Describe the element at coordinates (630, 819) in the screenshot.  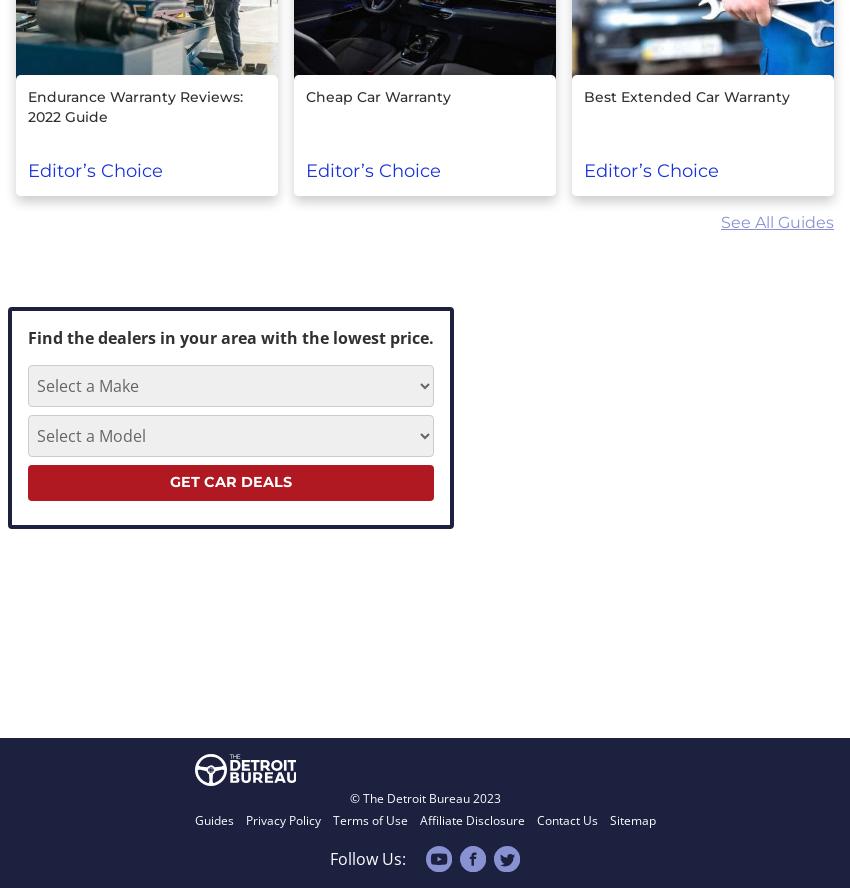
I see `'Sitemap'` at that location.